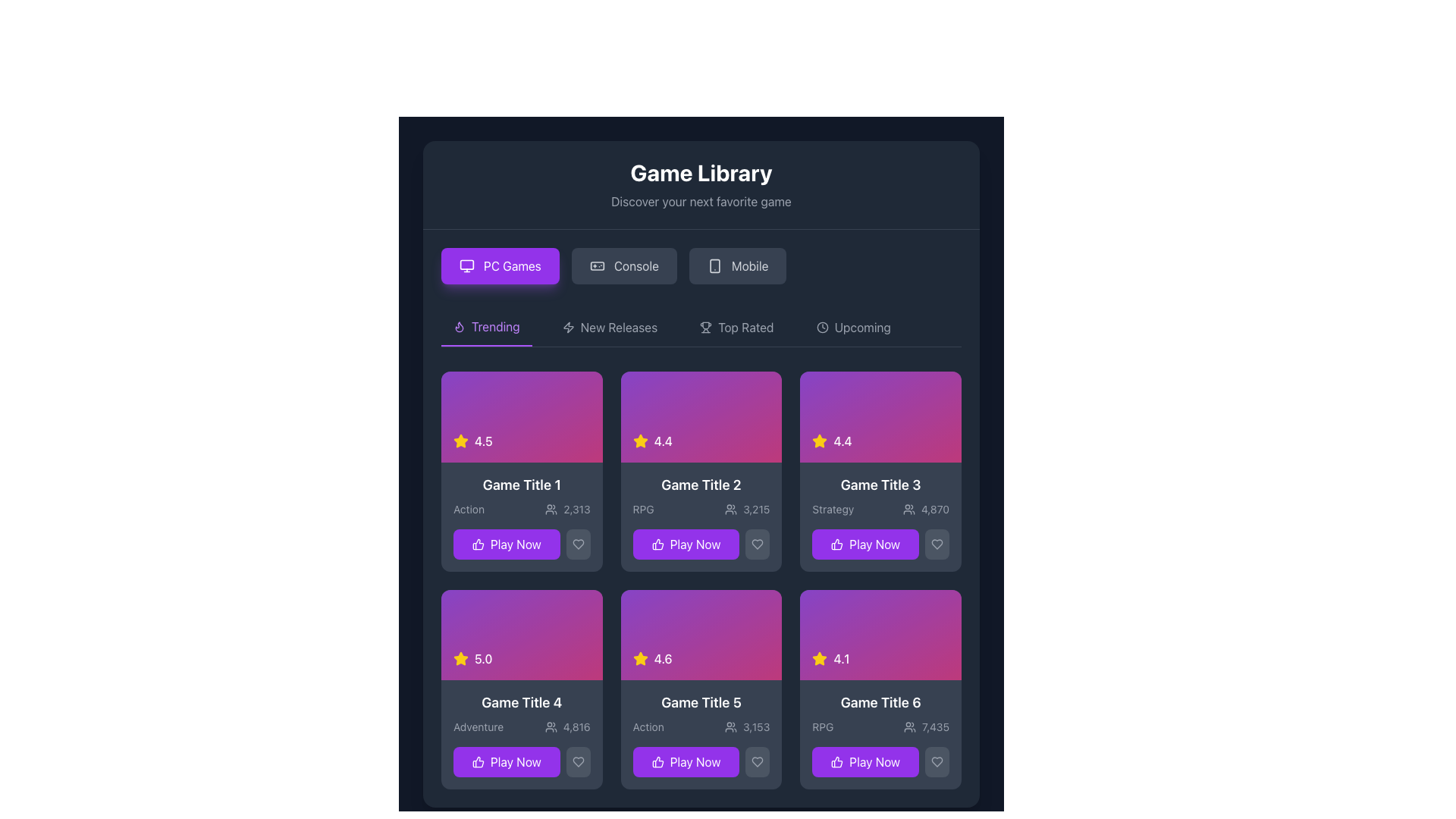 The width and height of the screenshot is (1456, 819). Describe the element at coordinates (880, 485) in the screenshot. I see `text label displaying 'Game Title 3' located in the third card of the 'Trending' section, positioned under the star rating icon` at that location.